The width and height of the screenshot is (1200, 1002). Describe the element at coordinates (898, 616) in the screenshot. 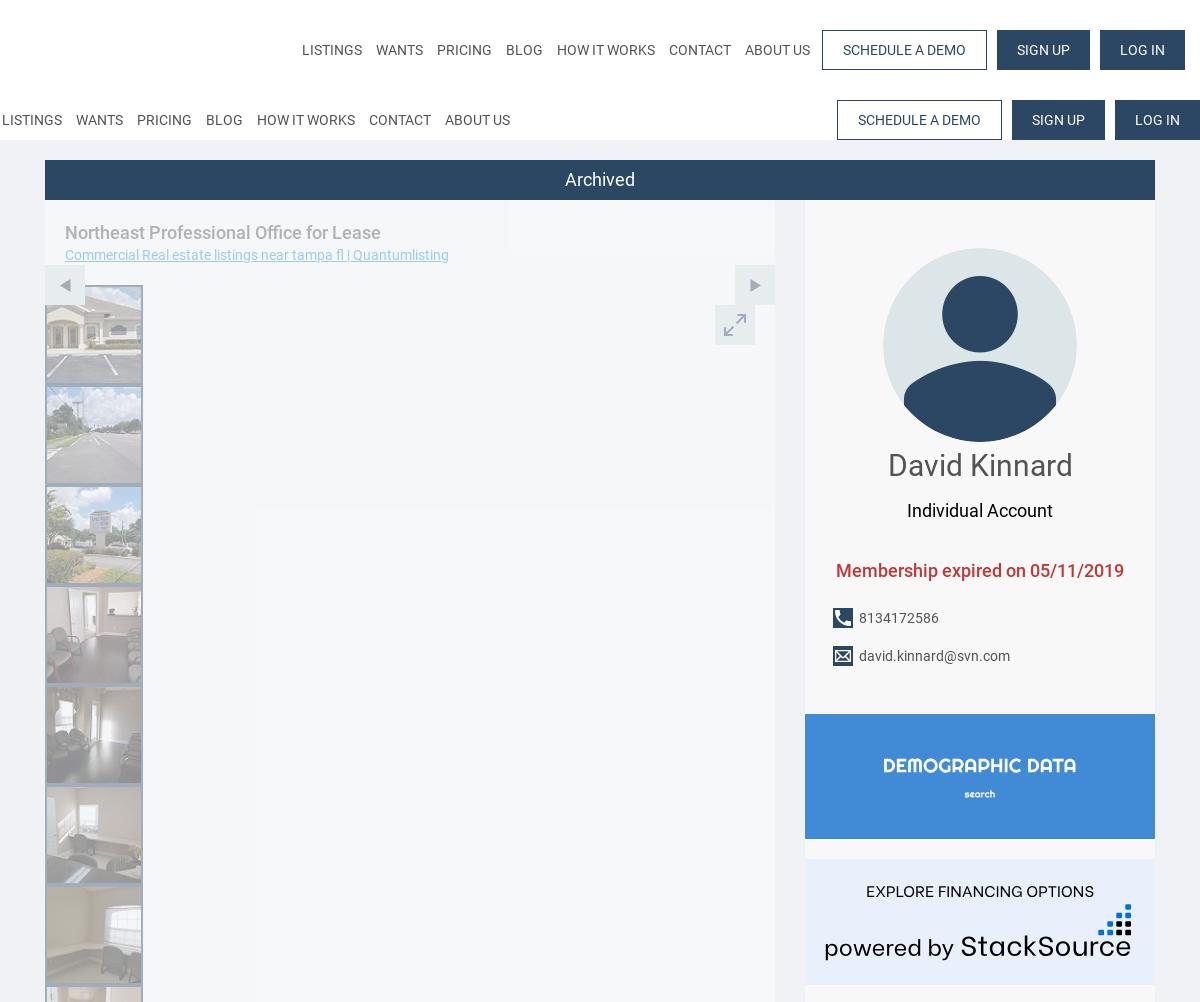

I see `'8134172586'` at that location.